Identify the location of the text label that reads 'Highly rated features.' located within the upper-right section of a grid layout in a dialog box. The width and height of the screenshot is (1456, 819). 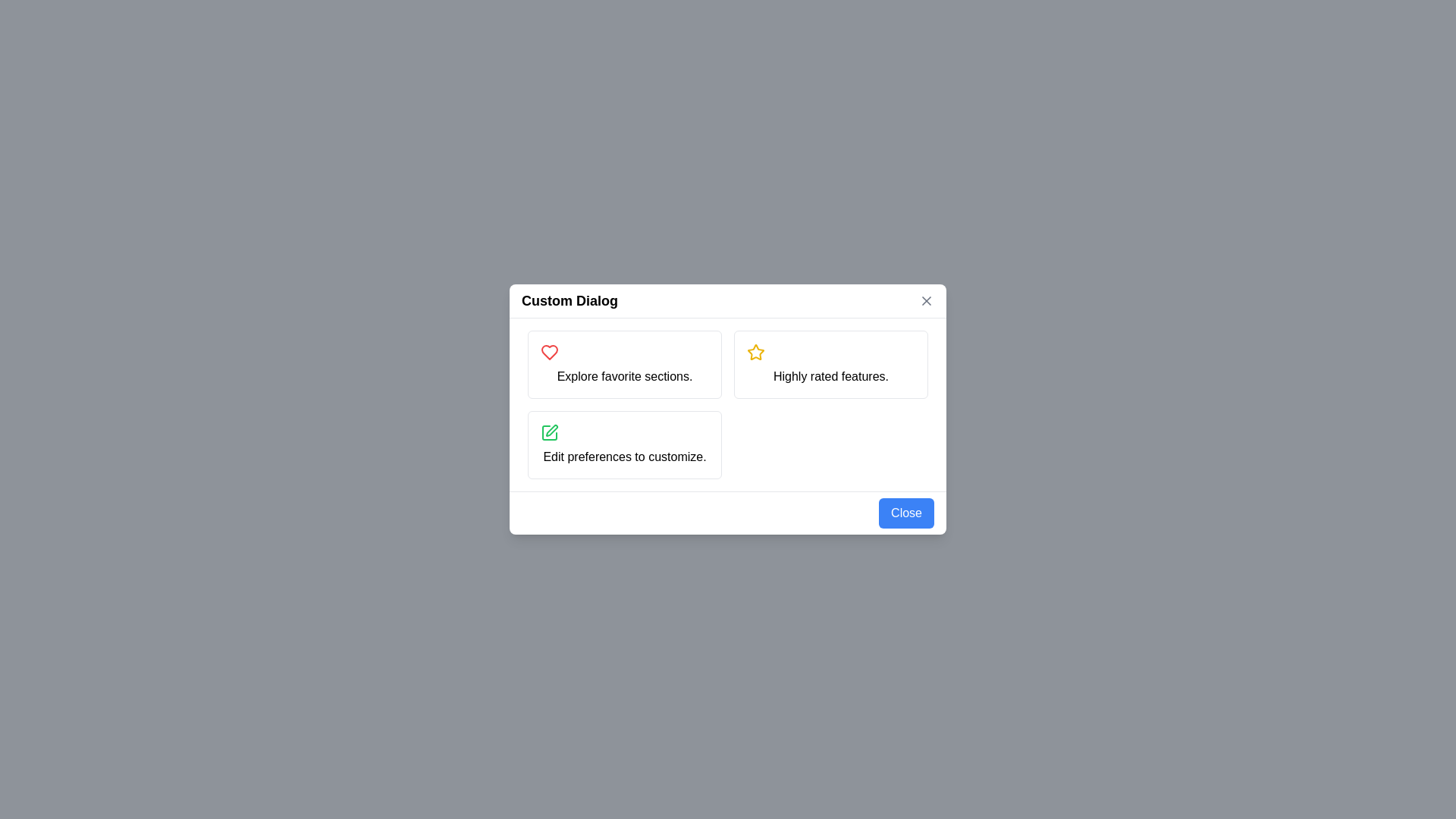
(830, 376).